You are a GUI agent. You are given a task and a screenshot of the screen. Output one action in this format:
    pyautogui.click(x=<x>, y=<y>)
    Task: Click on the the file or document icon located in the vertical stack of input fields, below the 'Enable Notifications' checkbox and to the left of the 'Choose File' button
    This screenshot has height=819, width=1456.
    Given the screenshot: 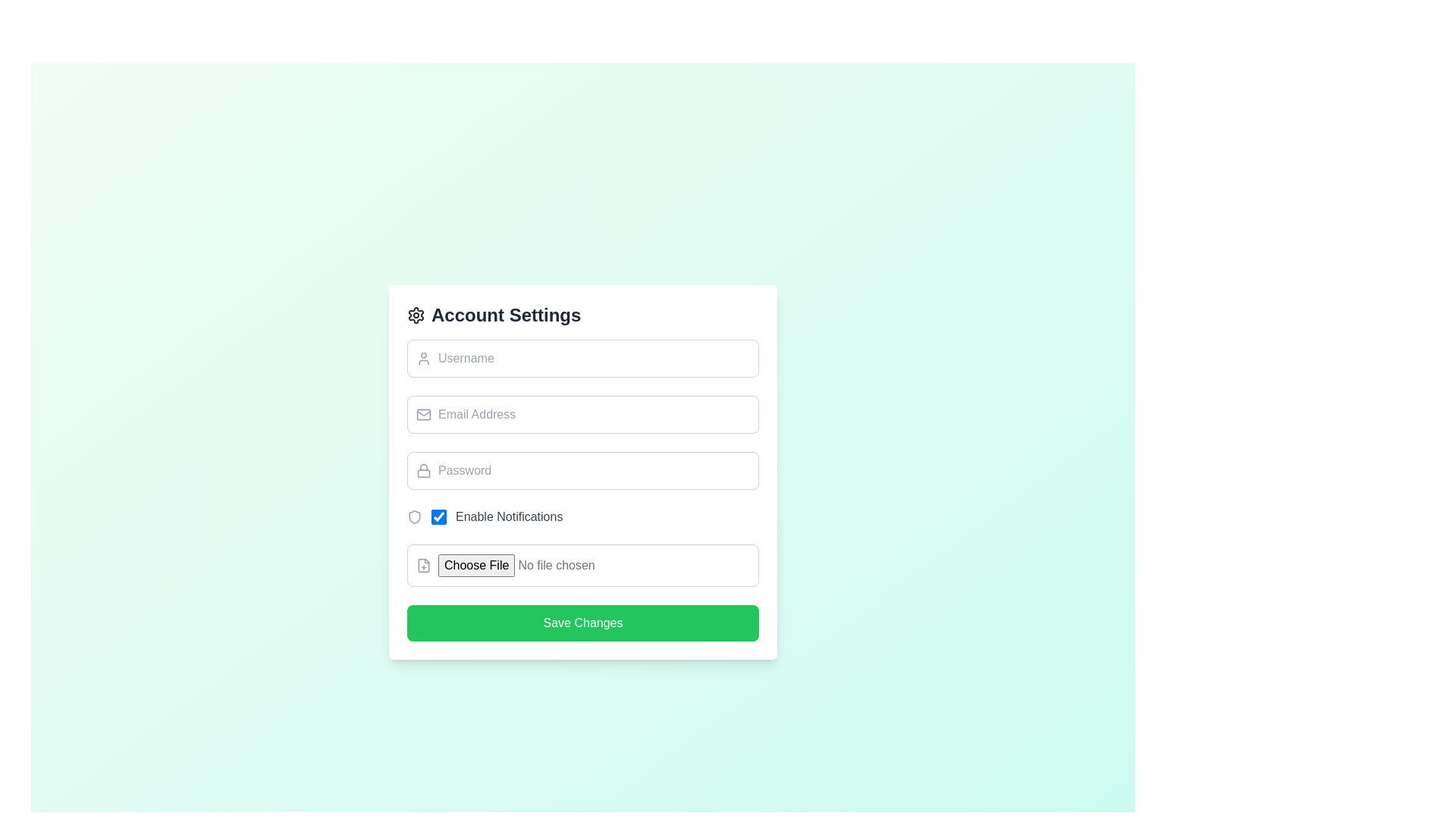 What is the action you would take?
    pyautogui.click(x=423, y=565)
    